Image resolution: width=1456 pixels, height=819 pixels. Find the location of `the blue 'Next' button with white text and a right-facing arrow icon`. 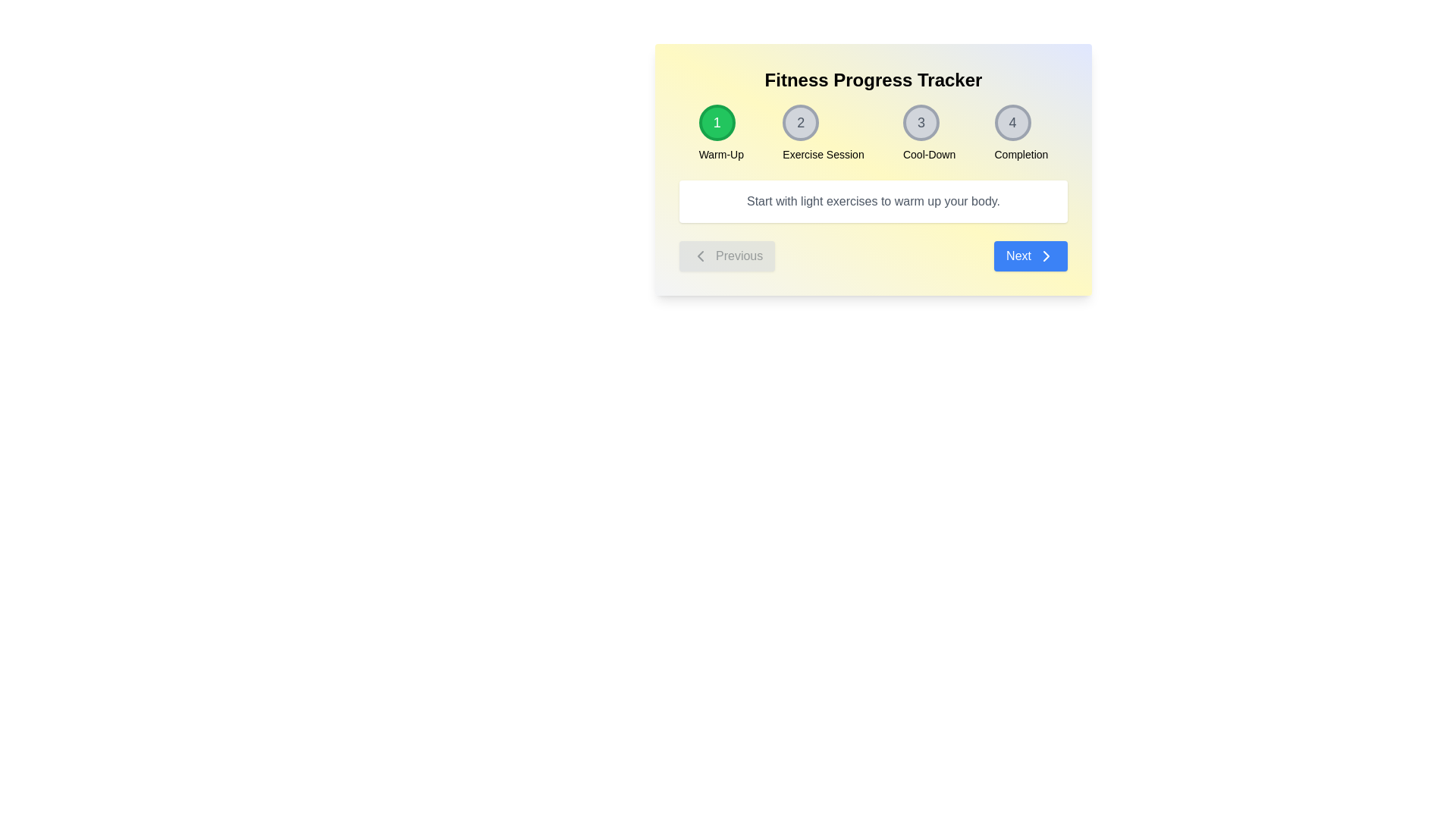

the blue 'Next' button with white text and a right-facing arrow icon is located at coordinates (1031, 256).